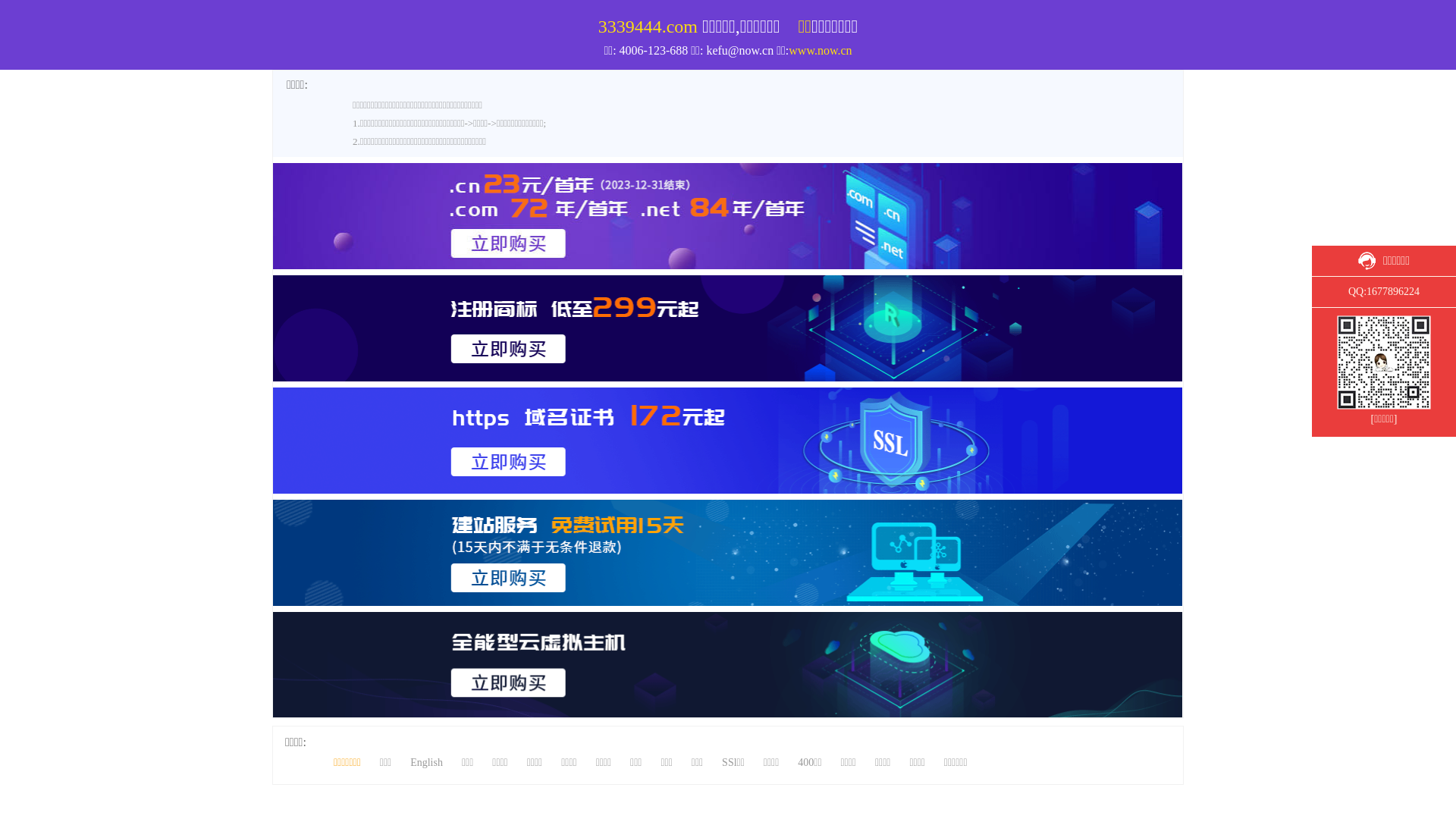  Describe the element at coordinates (819, 49) in the screenshot. I see `'www.now.cn'` at that location.